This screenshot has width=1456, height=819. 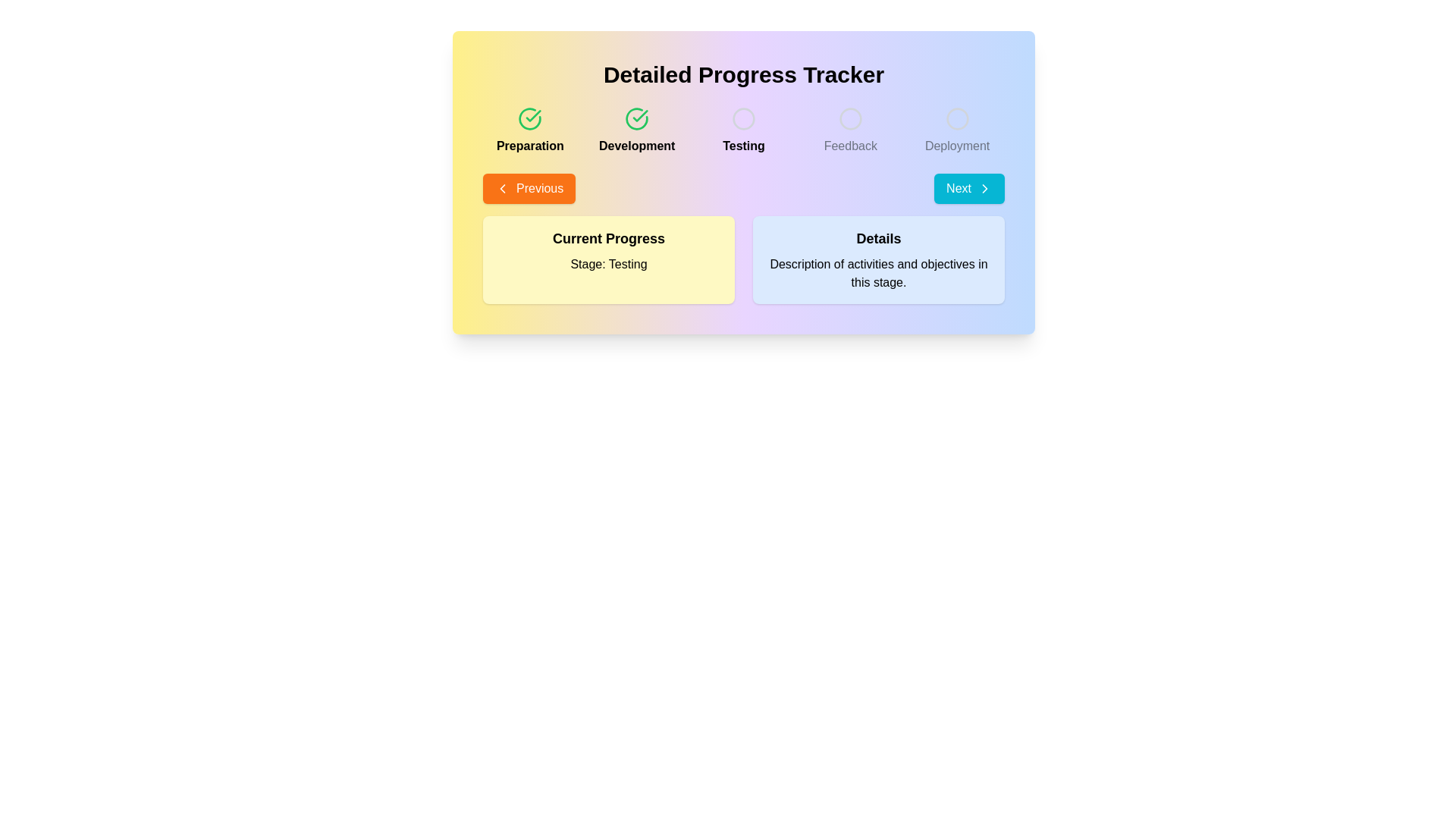 I want to click on the first icon in the series of status indicators at the top of the 'Detailed Progress Tracker' interface to interact with the completion status of the 'Preparation' phase, so click(x=530, y=118).